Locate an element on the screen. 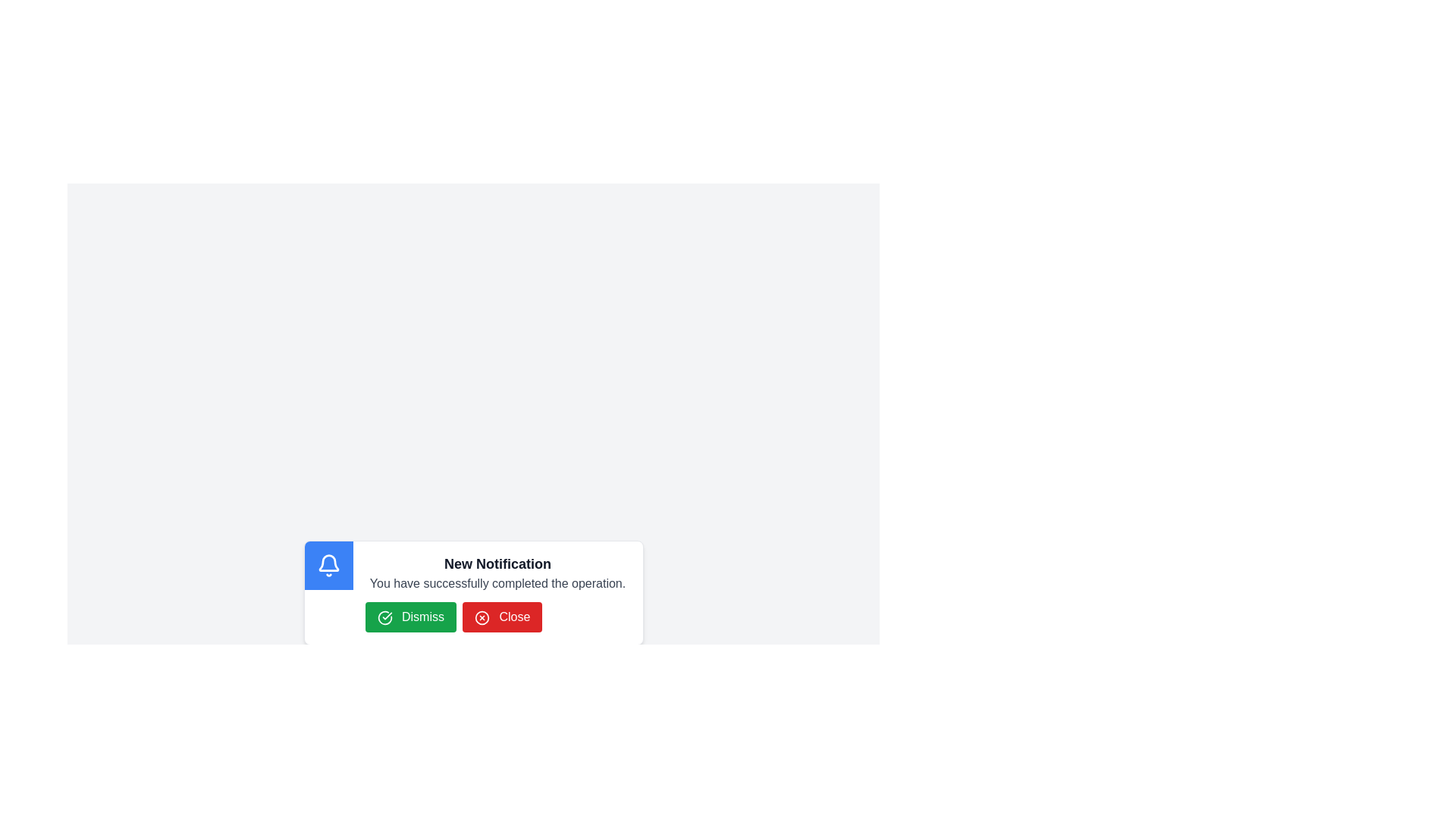 The width and height of the screenshot is (1456, 819). the green rectangular button labeled 'Dismiss' with a checkmark icon is located at coordinates (410, 617).